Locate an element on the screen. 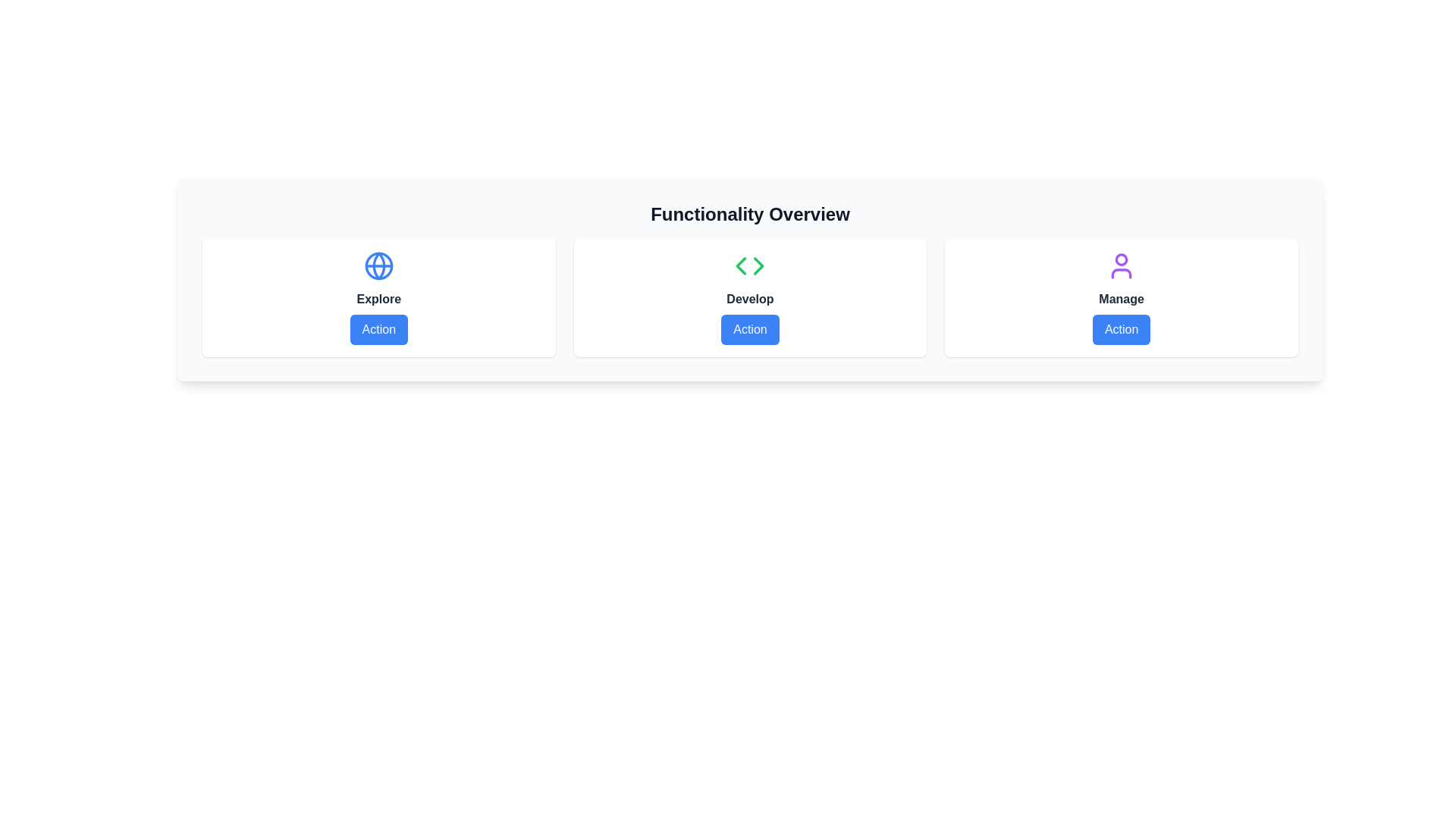  the arrowhead on the right side of the green graphical icon in the center 'Develop' card, which is part of the SVG graphical representation is located at coordinates (759, 265).